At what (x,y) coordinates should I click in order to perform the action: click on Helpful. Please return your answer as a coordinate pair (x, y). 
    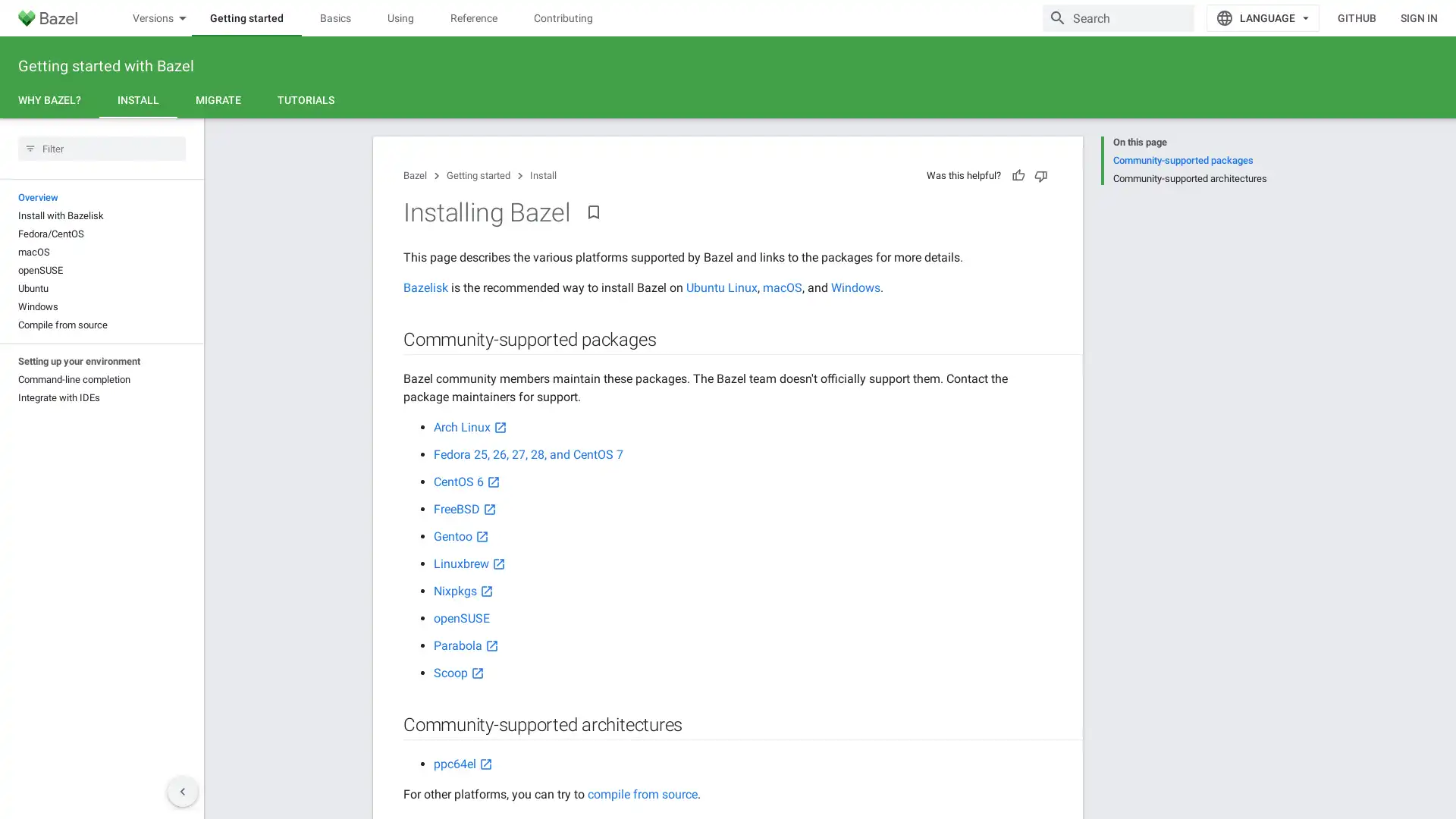
    Looking at the image, I should click on (1018, 174).